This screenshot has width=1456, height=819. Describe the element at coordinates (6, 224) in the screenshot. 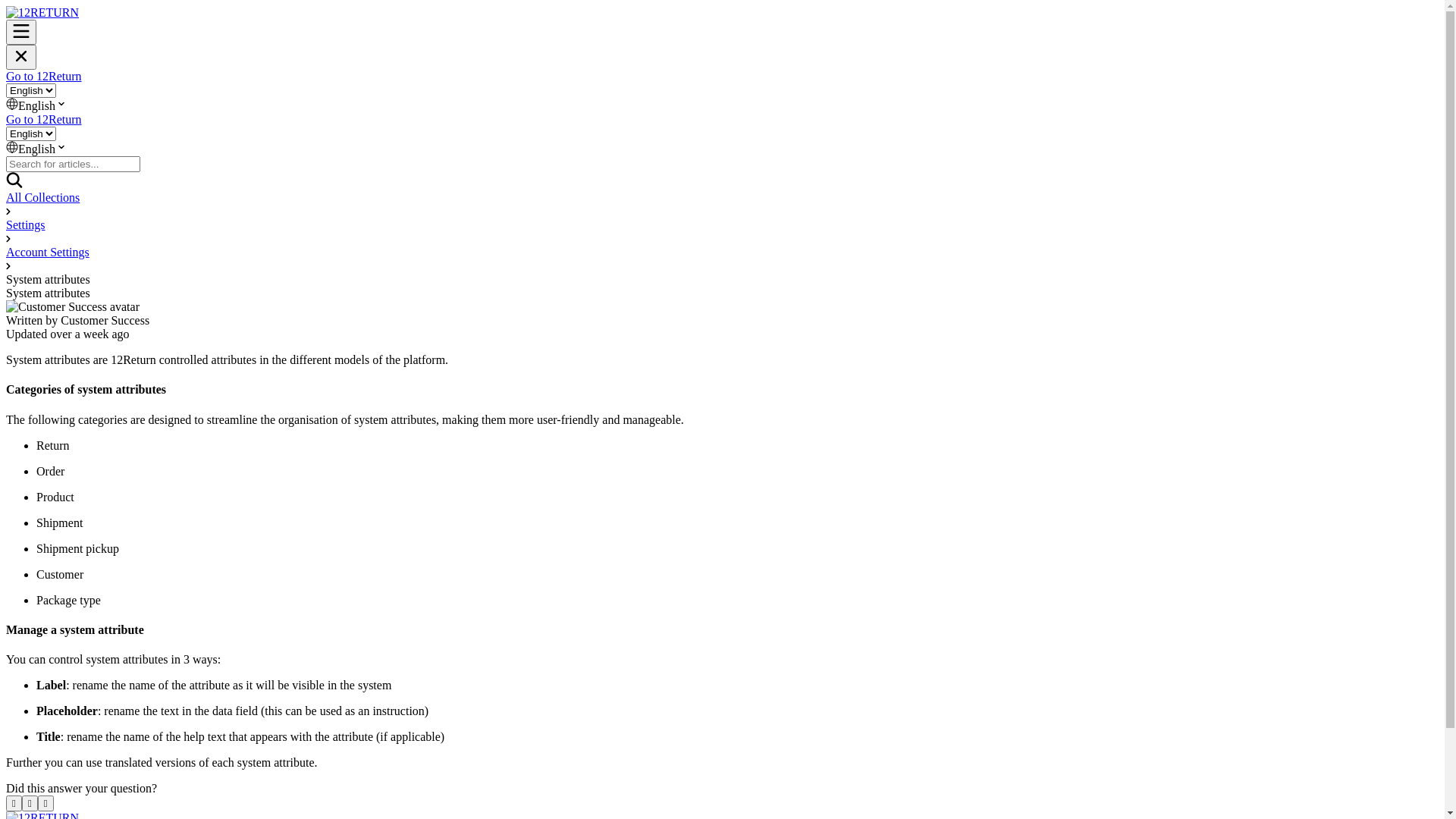

I see `'Settings'` at that location.